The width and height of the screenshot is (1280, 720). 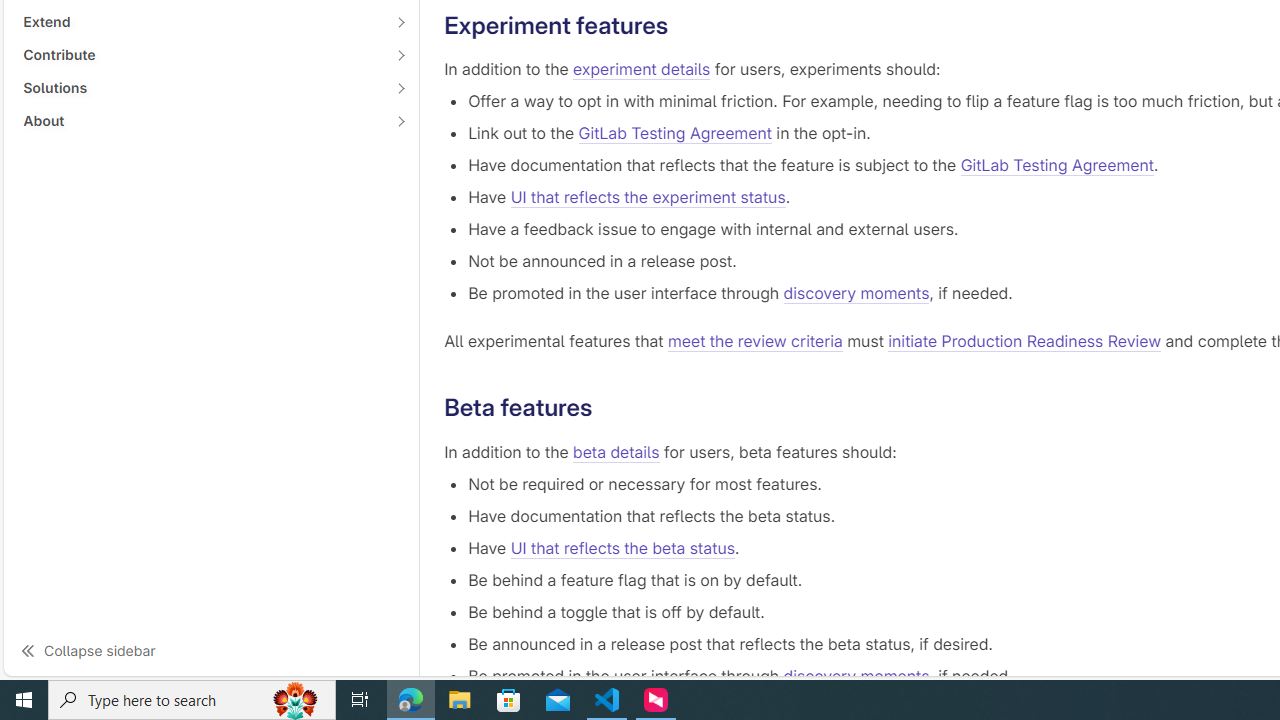 What do you see at coordinates (754, 341) in the screenshot?
I see `'meet the review criteria'` at bounding box center [754, 341].